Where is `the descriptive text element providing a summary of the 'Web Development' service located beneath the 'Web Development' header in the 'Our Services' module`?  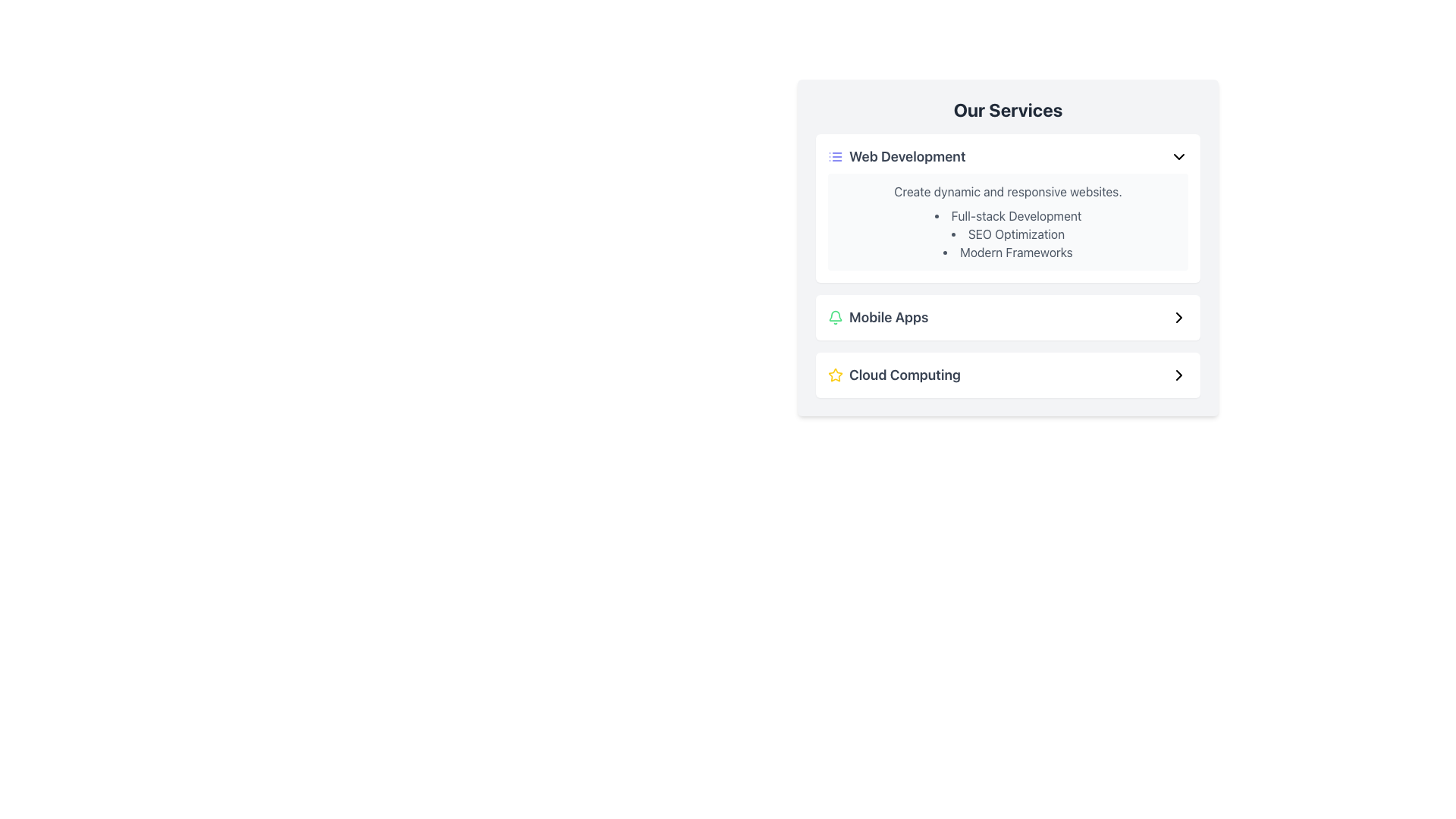 the descriptive text element providing a summary of the 'Web Development' service located beneath the 'Web Development' header in the 'Our Services' module is located at coordinates (1008, 191).